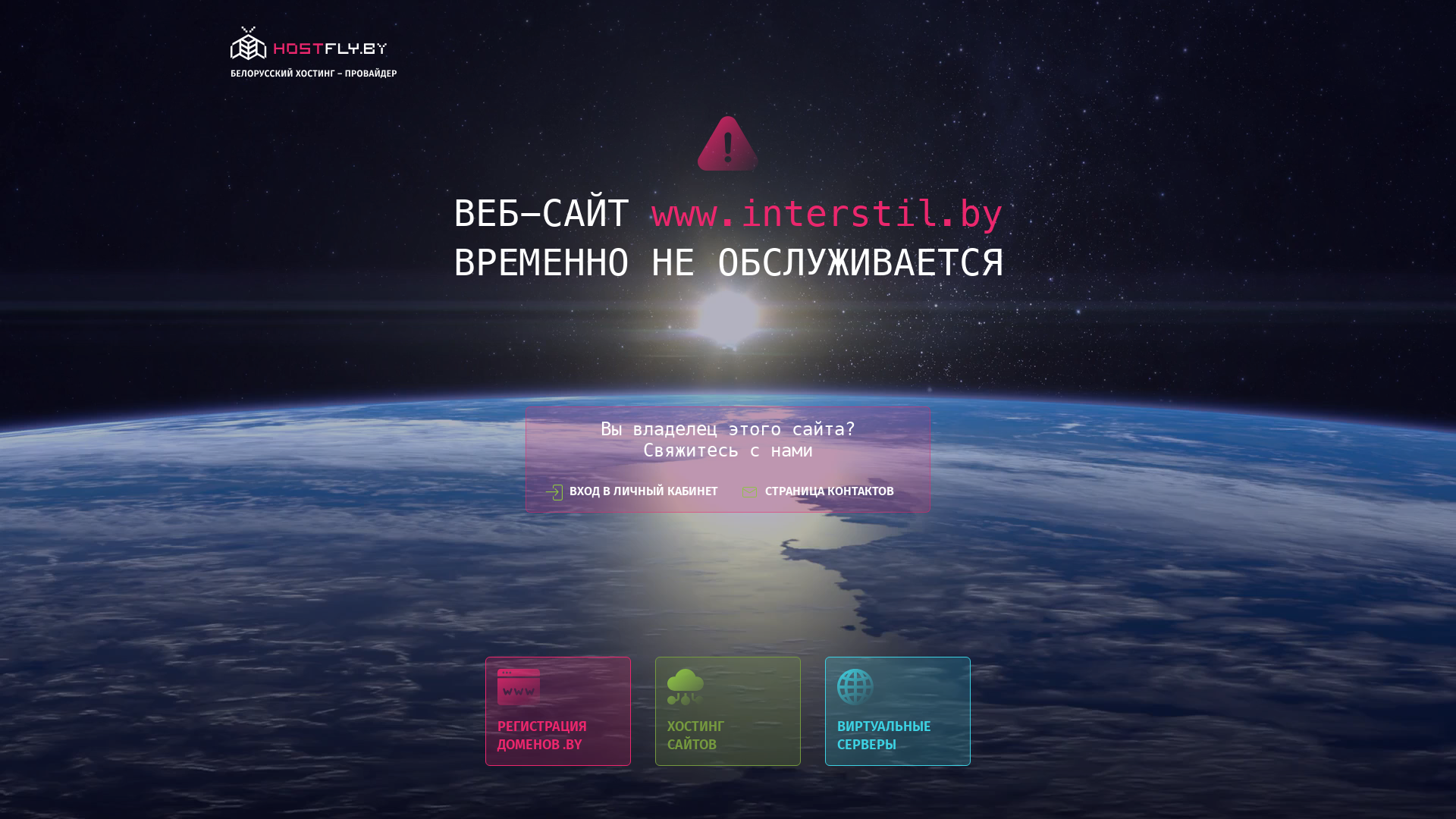 The width and height of the screenshot is (1456, 819). What do you see at coordinates (312, 55) in the screenshot?
I see `'LINK'` at bounding box center [312, 55].